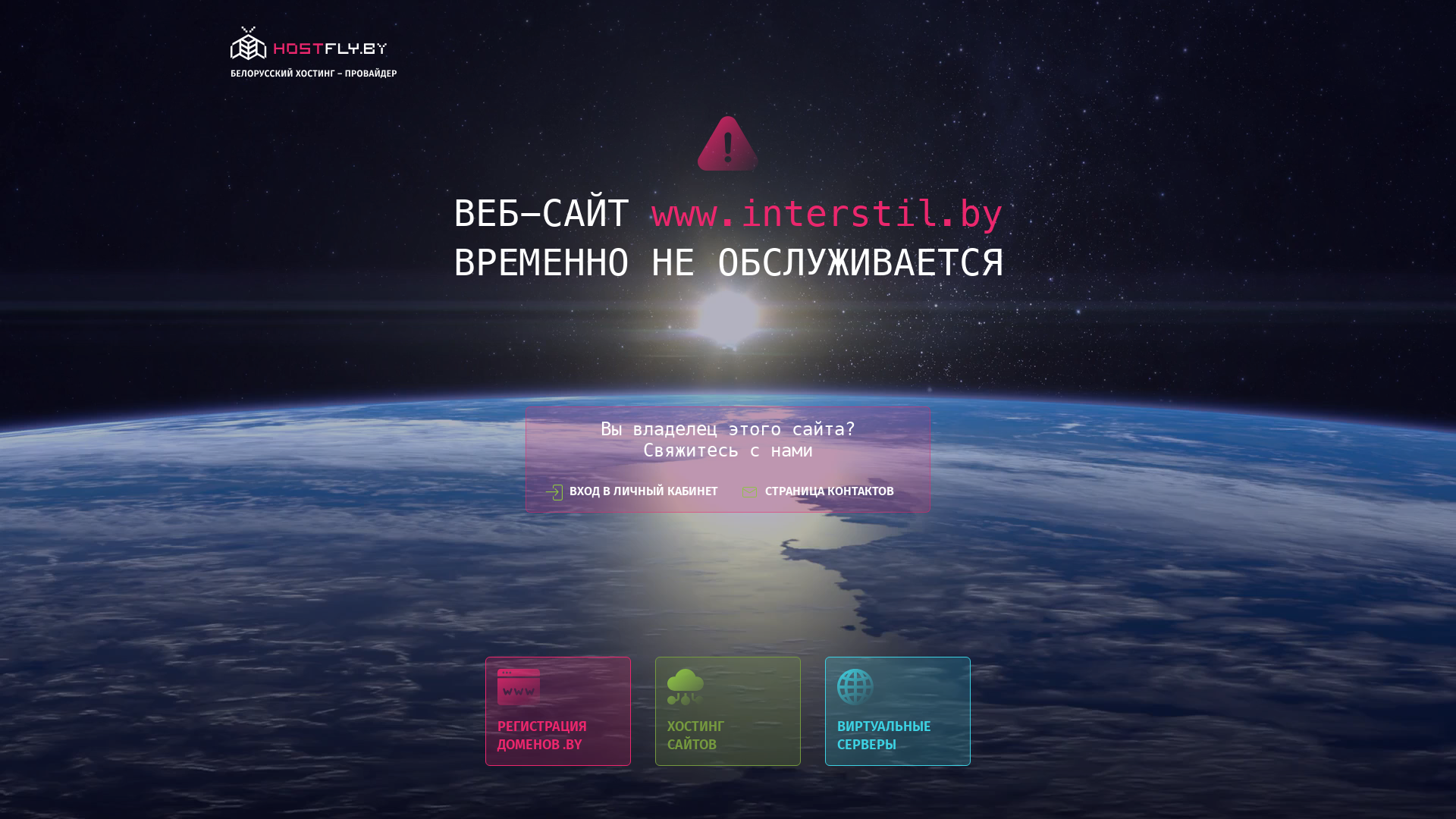 The width and height of the screenshot is (1456, 819). What do you see at coordinates (312, 55) in the screenshot?
I see `'LINK'` at bounding box center [312, 55].